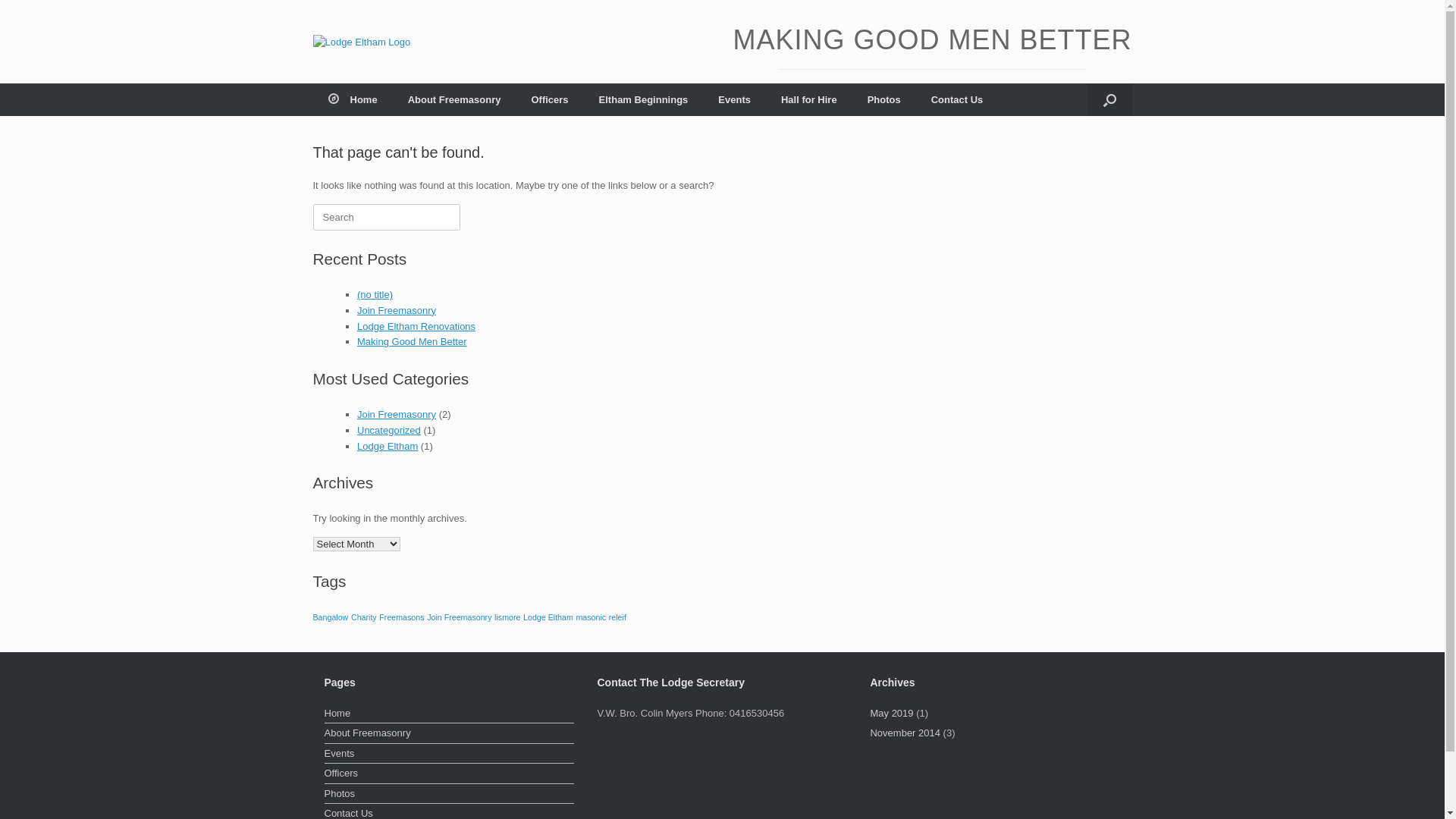 This screenshot has width=1456, height=819. I want to click on 'Lodge Eltham', so click(387, 445).